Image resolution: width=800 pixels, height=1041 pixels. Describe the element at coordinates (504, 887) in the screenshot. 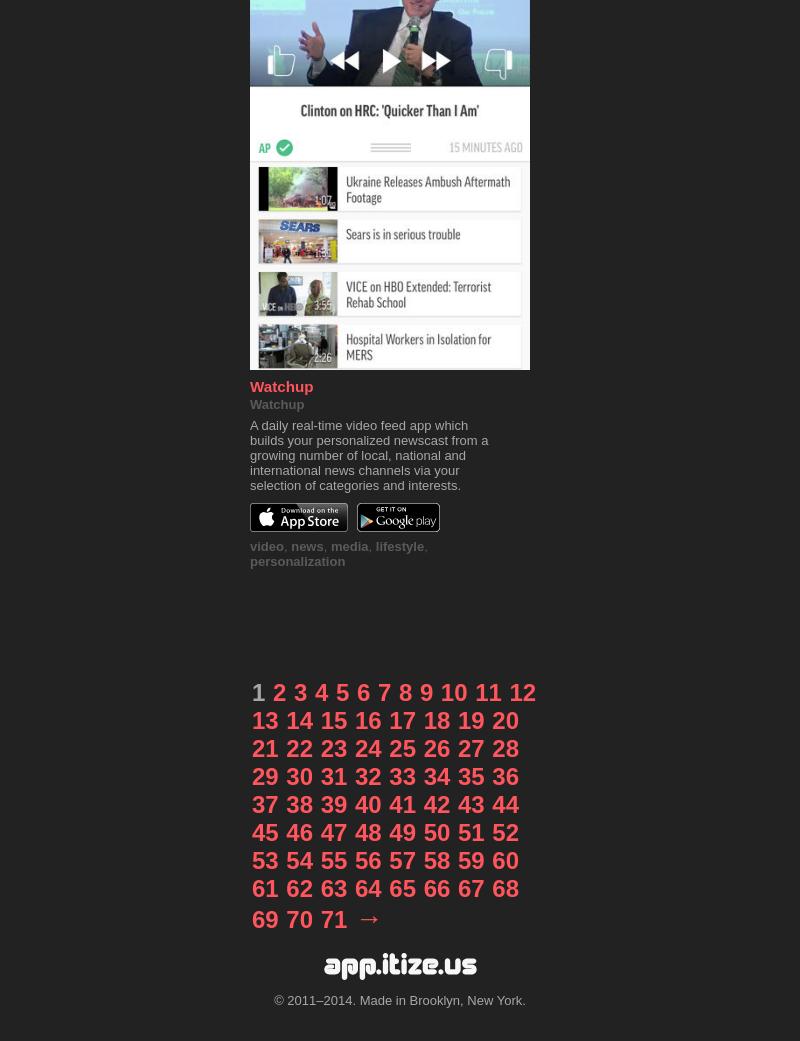

I see `'68'` at that location.